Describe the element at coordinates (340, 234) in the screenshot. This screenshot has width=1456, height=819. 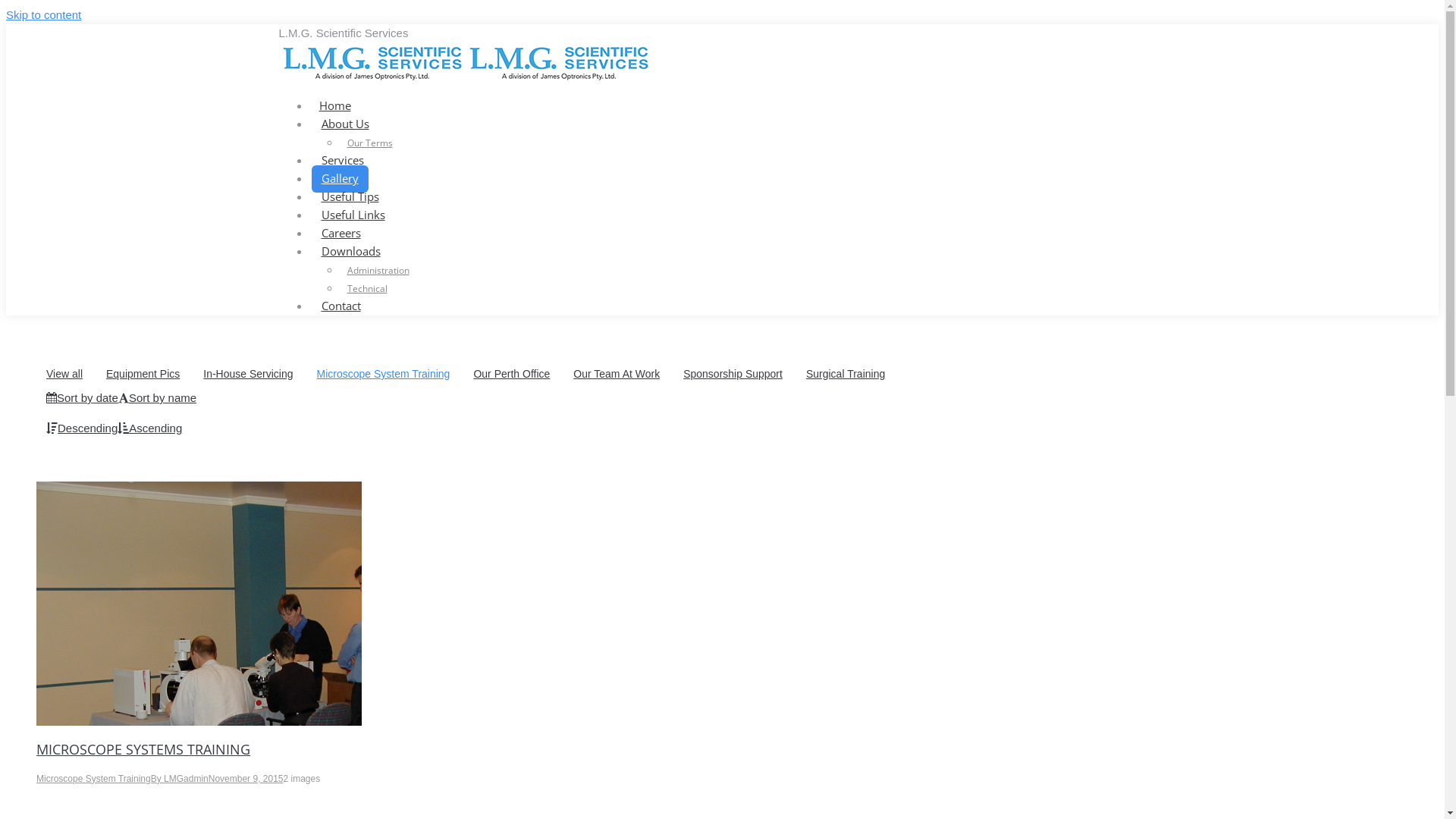
I see `'Careers'` at that location.